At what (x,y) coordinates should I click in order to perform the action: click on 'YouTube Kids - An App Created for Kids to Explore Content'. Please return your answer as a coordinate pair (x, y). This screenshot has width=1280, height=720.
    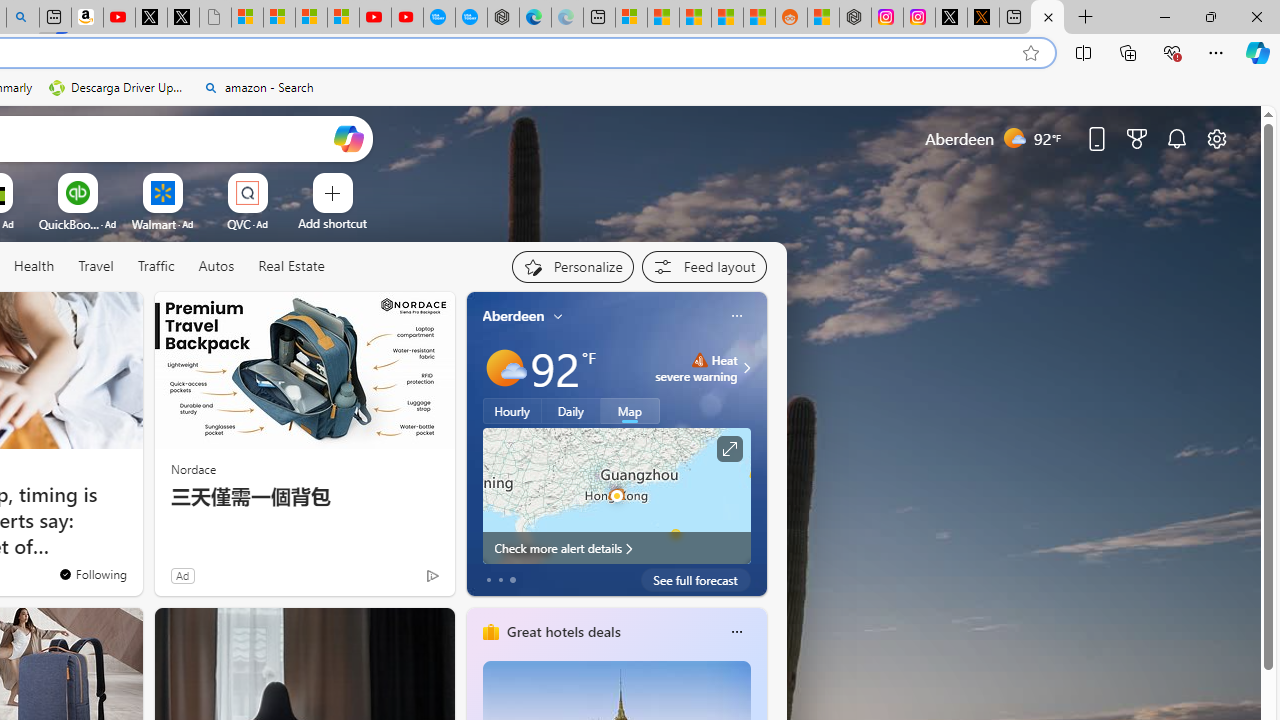
    Looking at the image, I should click on (406, 17).